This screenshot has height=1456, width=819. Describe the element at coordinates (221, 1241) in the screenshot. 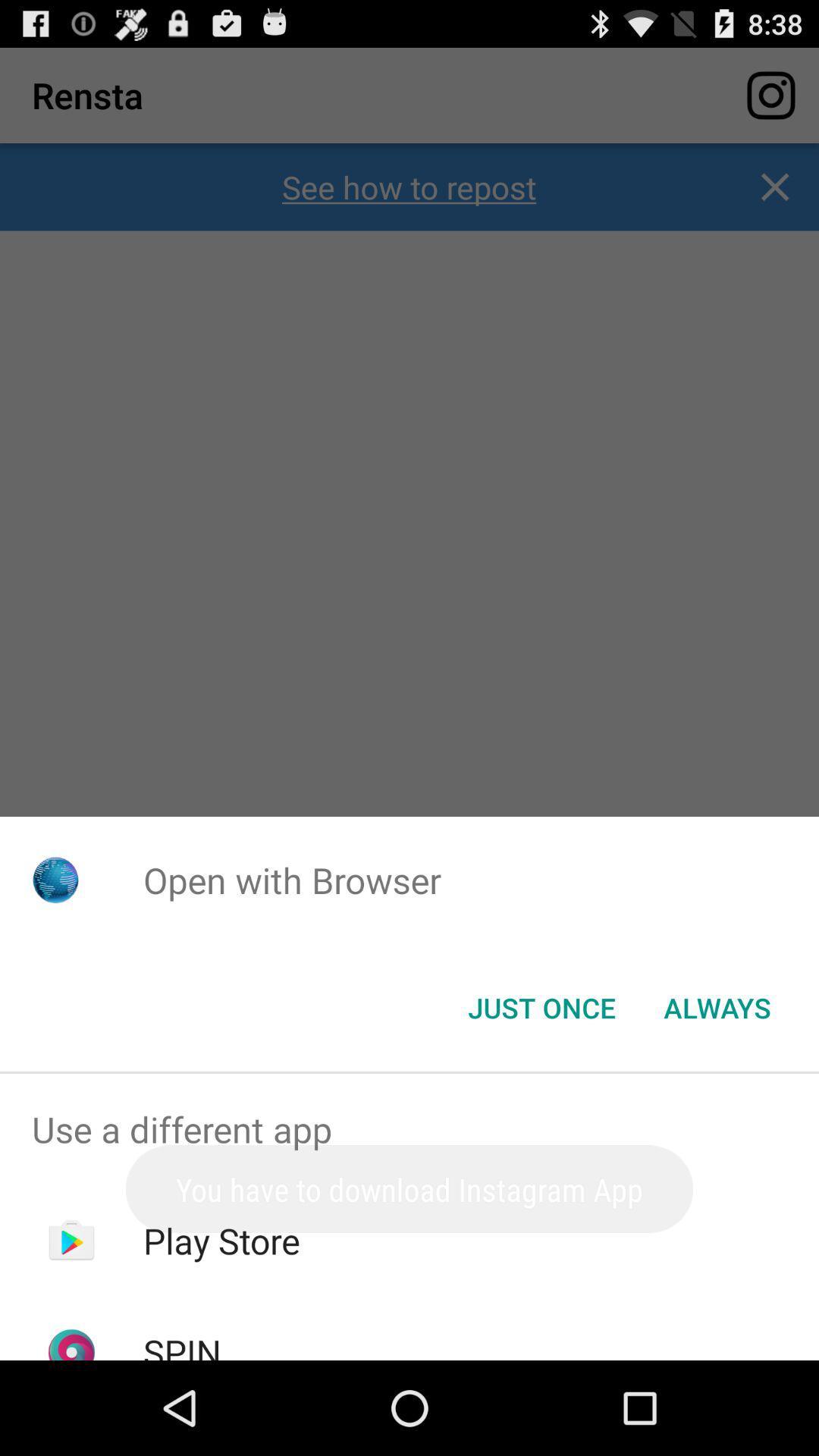

I see `icon above the spin item` at that location.